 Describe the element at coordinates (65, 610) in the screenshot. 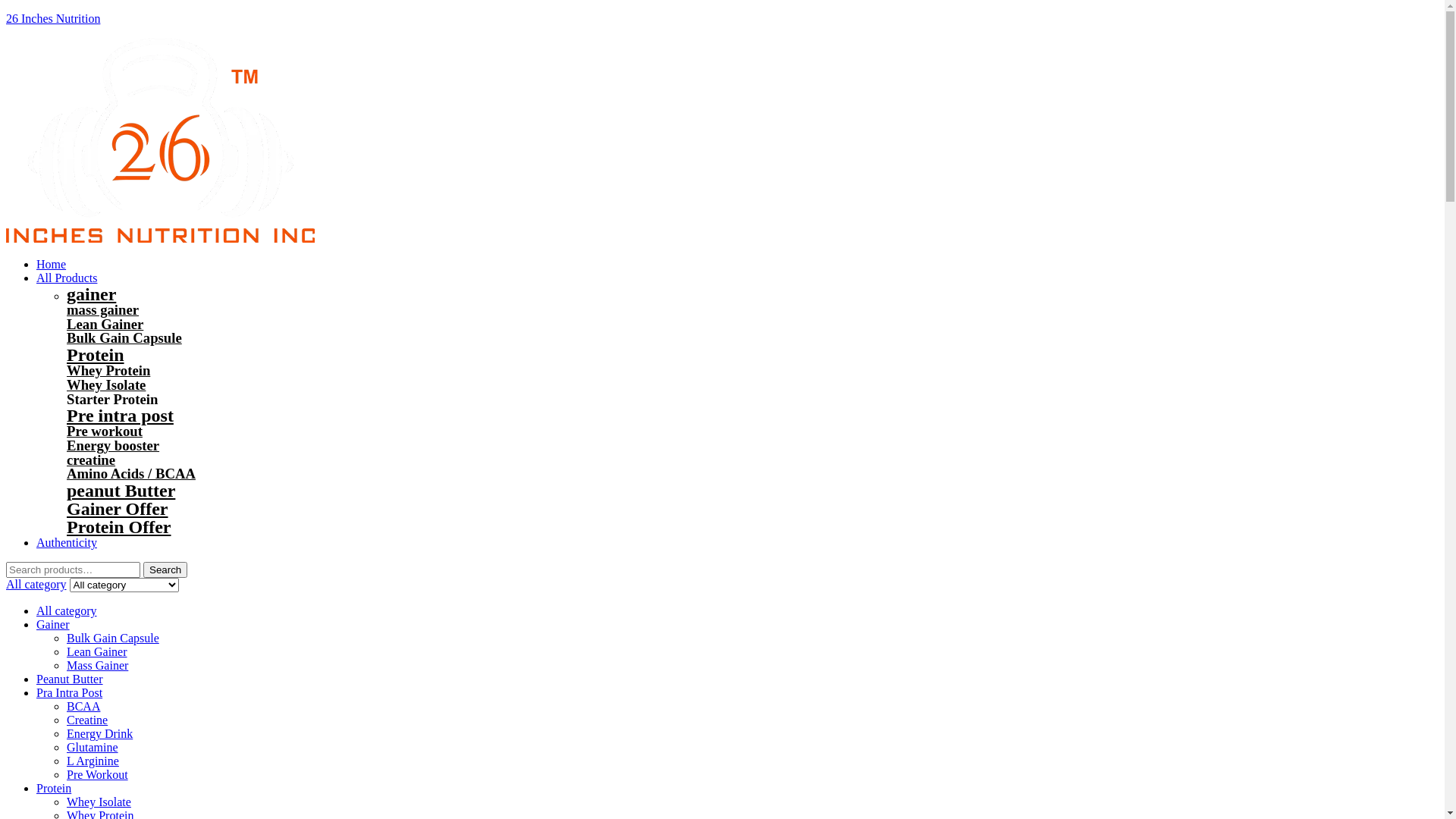

I see `'All category'` at that location.